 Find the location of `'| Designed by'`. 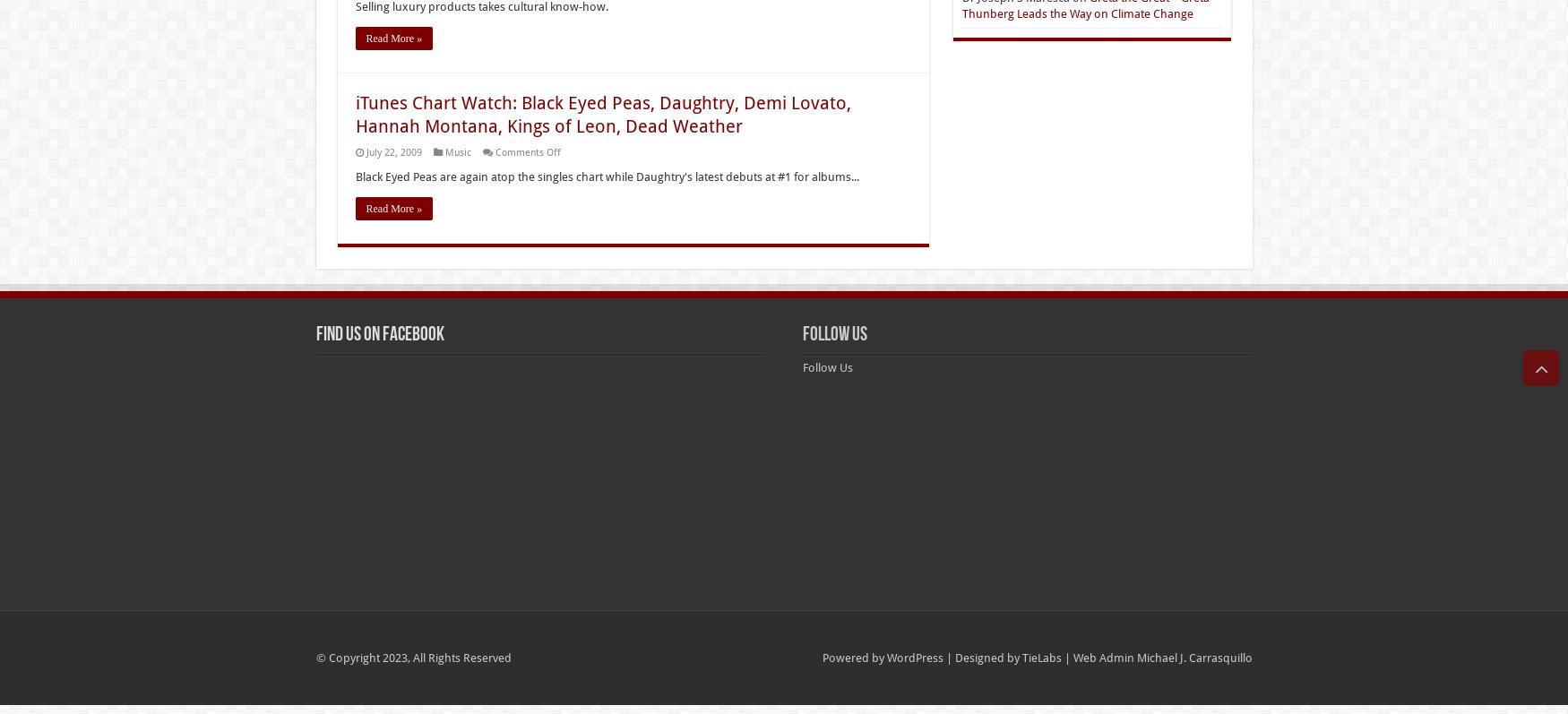

'| Designed by' is located at coordinates (982, 658).